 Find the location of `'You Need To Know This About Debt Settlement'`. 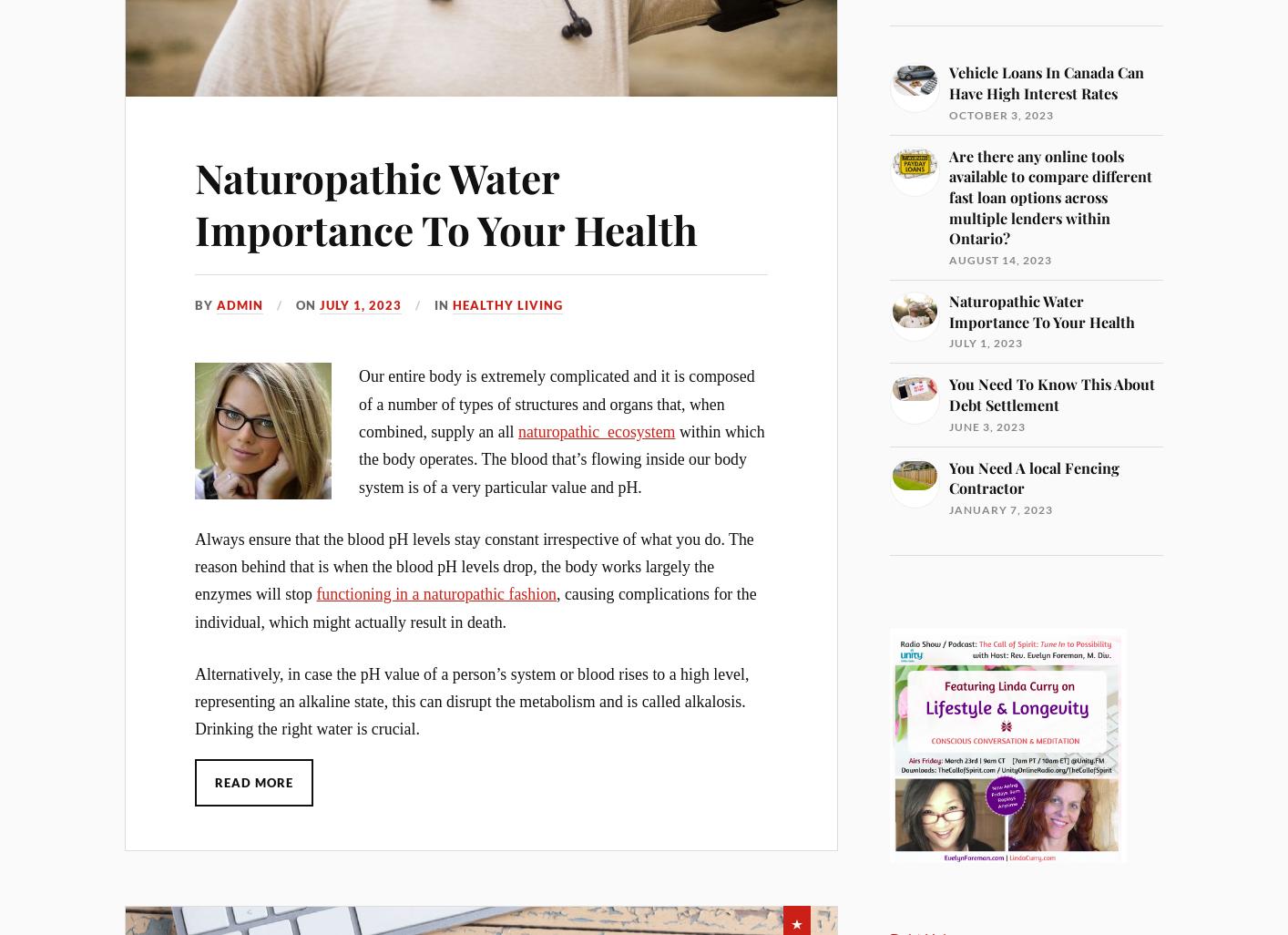

'You Need To Know This About Debt Settlement' is located at coordinates (1050, 394).